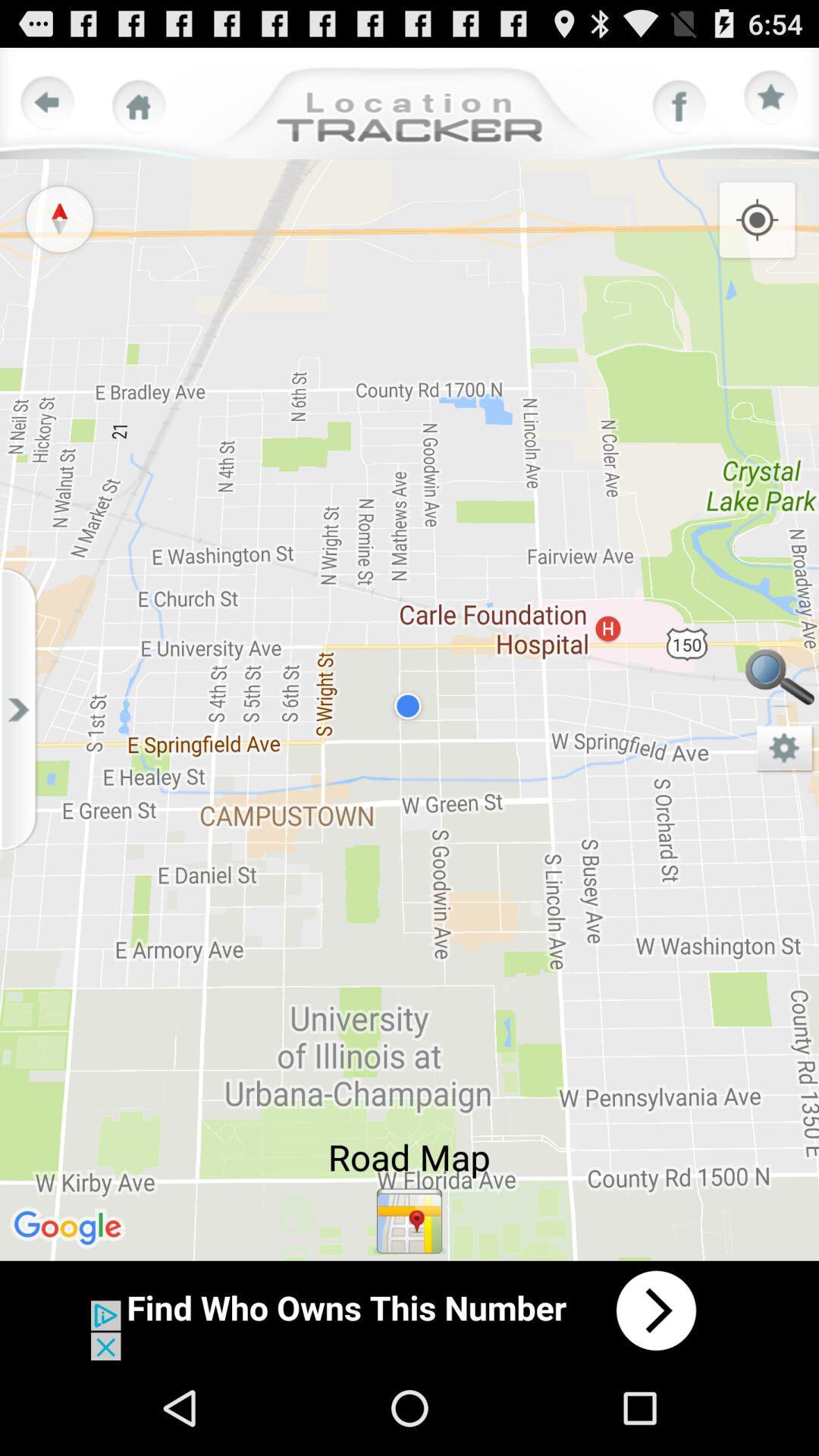 The width and height of the screenshot is (819, 1456). Describe the element at coordinates (679, 114) in the screenshot. I see `the facebook icon` at that location.